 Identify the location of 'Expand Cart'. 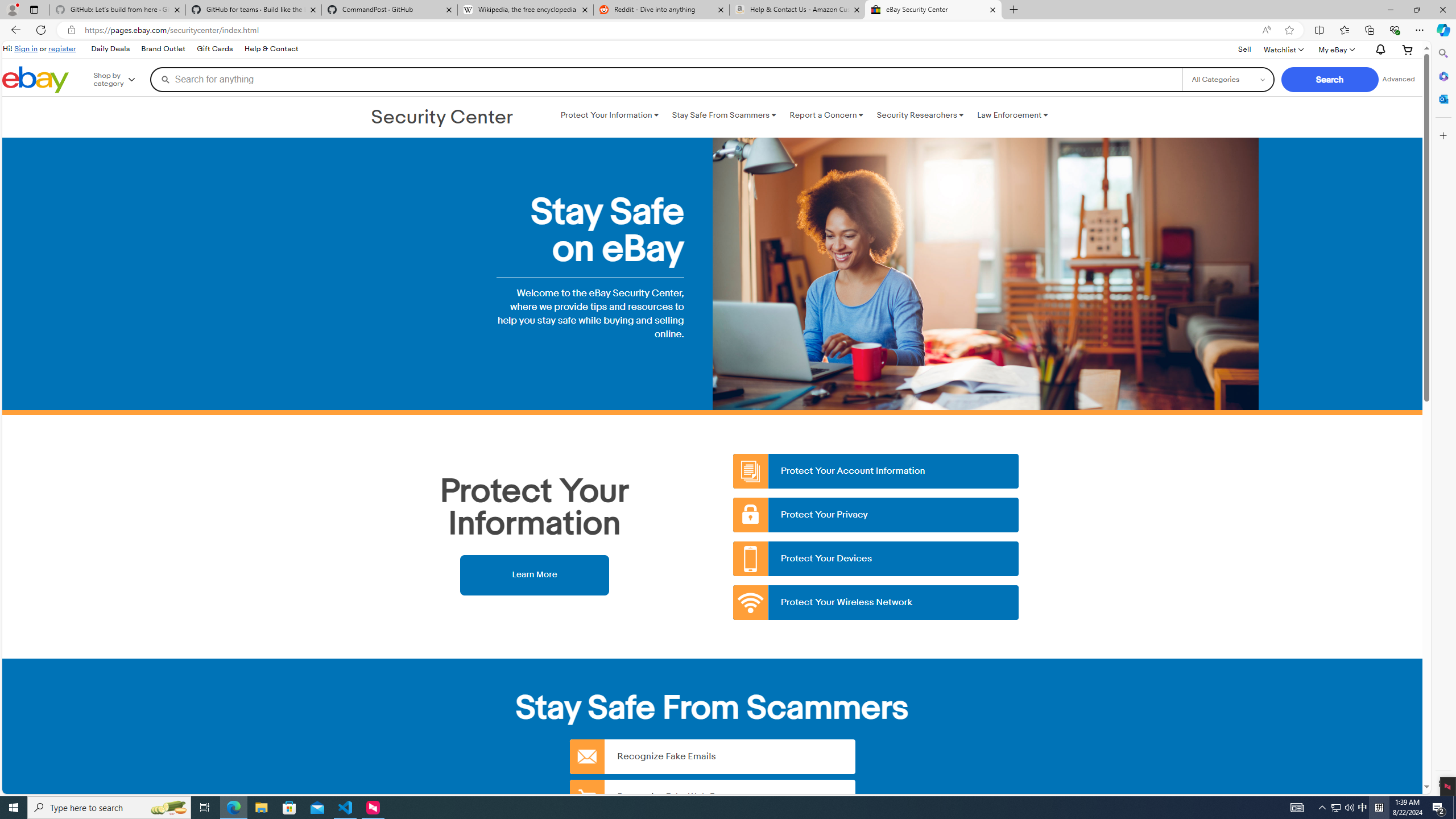
(1407, 49).